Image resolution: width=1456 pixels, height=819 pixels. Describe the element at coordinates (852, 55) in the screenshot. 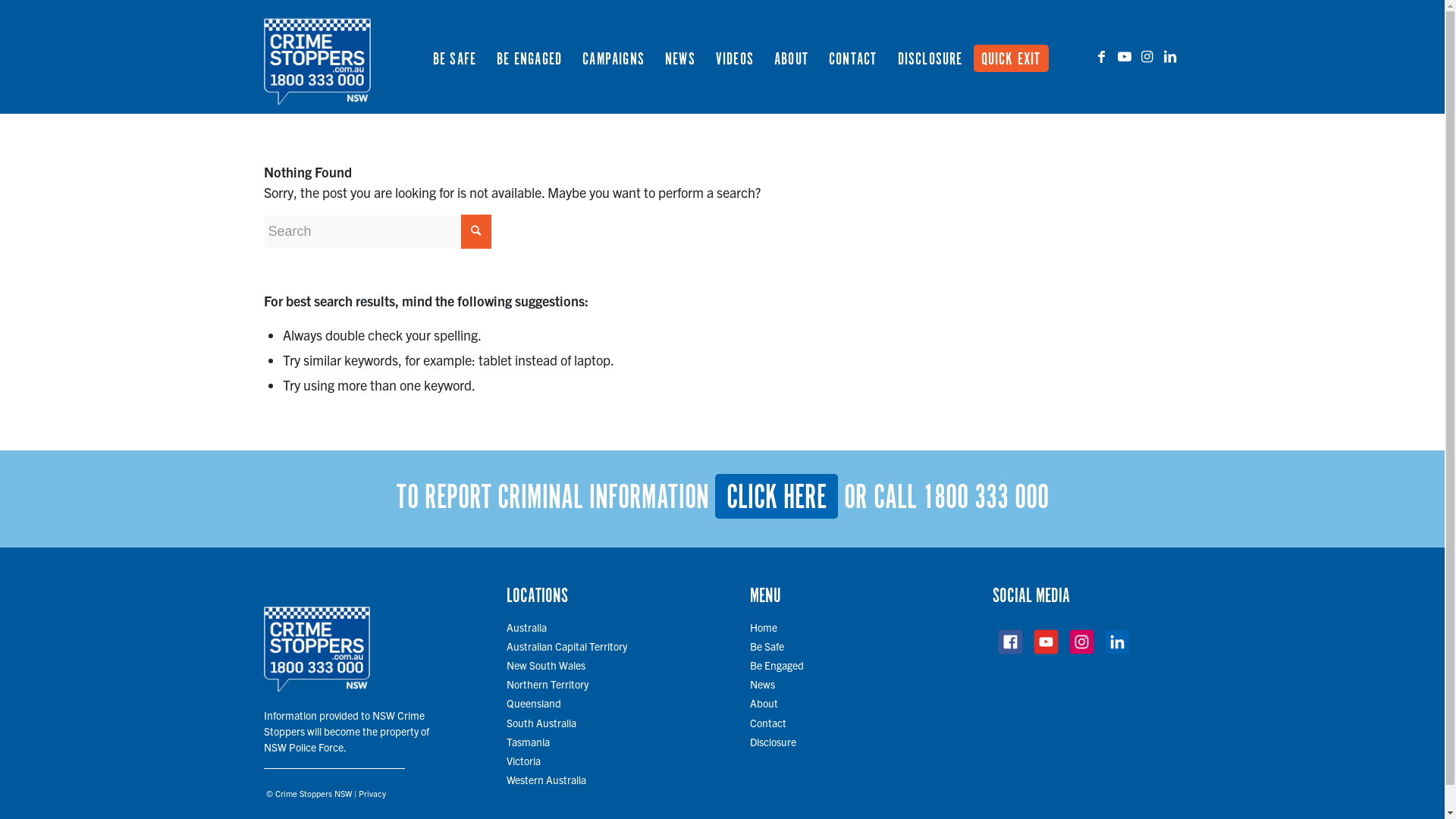

I see `'CONTACT'` at that location.